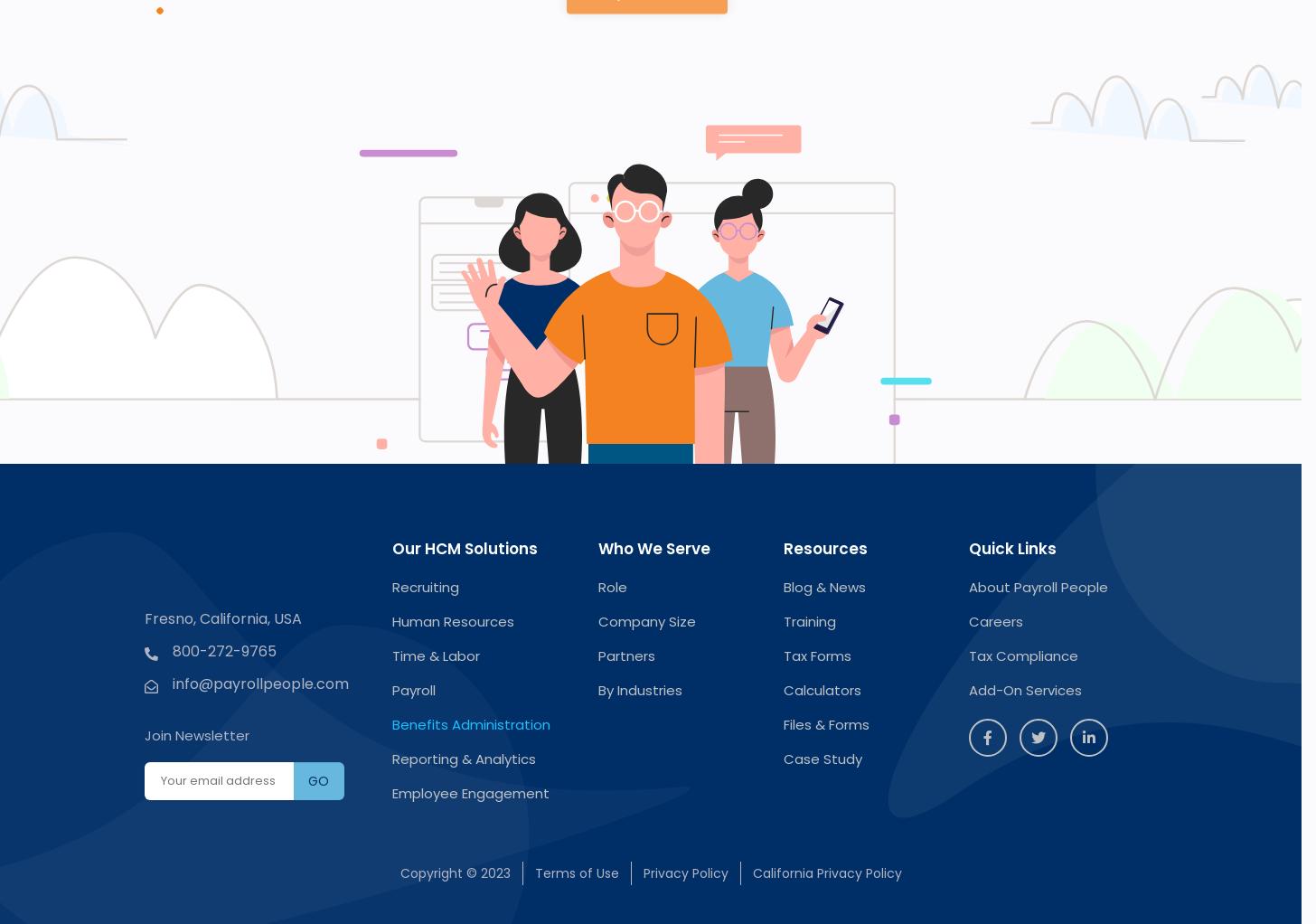 The image size is (1316, 924). Describe the element at coordinates (809, 620) in the screenshot. I see `'Training'` at that location.